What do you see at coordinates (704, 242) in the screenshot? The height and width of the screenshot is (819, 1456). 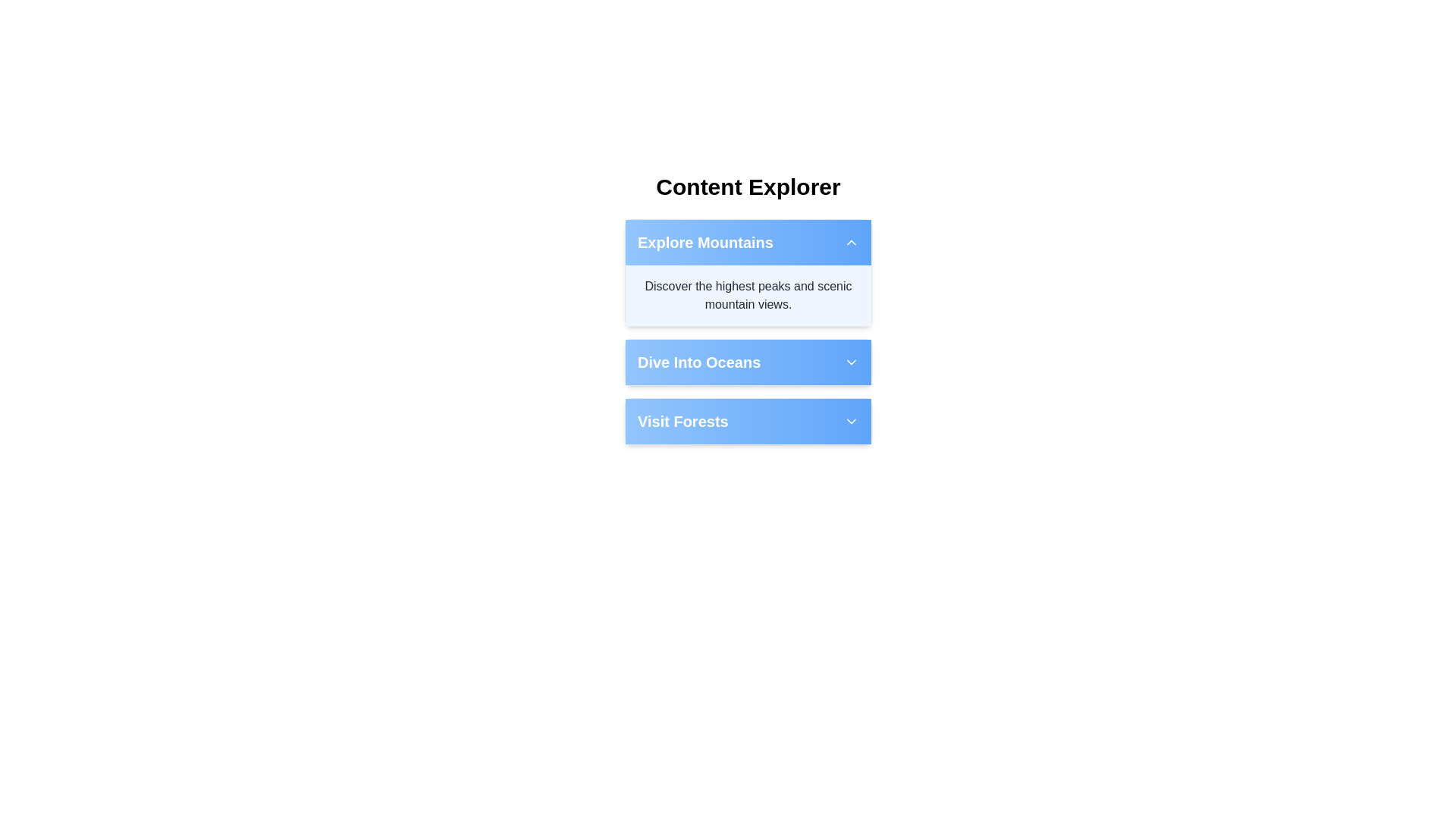 I see `the Text Label that describes the action or content section about exploring mountains, which is positioned on the left side of a horizontally aligned blue box with a gradient background, adjacent to a right-side chevron icon` at bounding box center [704, 242].